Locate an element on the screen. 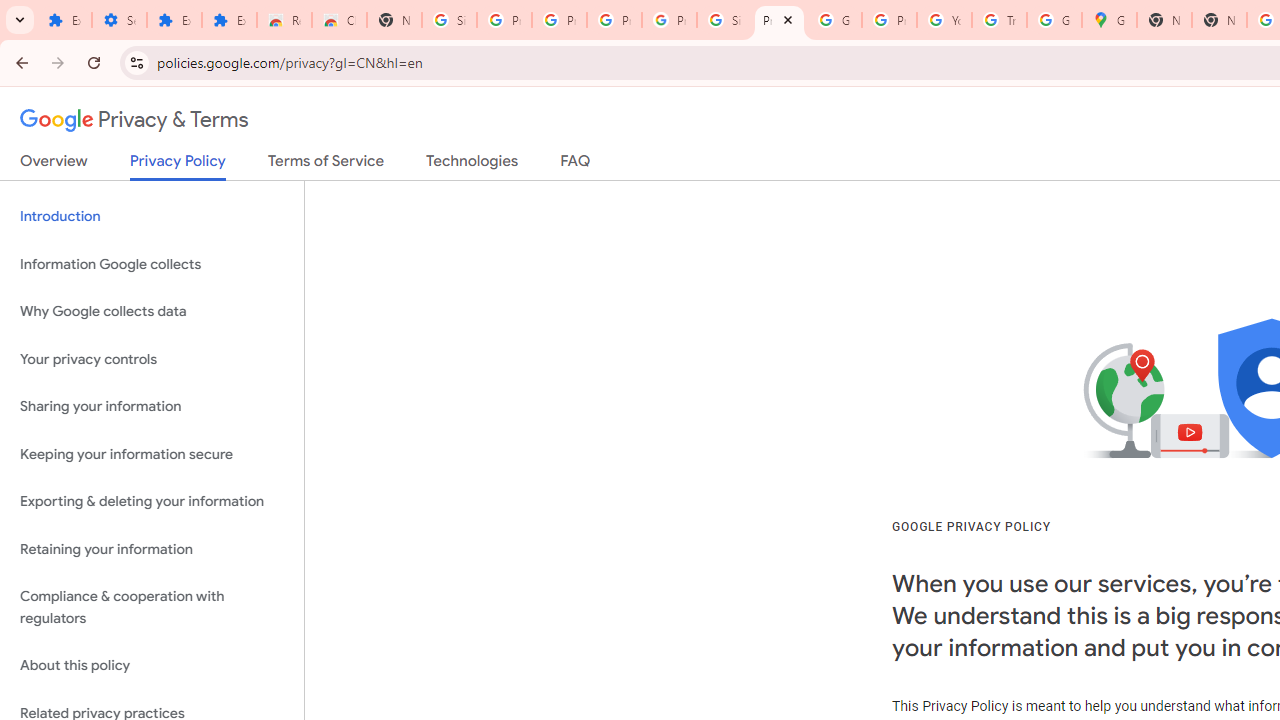  'Your privacy controls' is located at coordinates (151, 358).